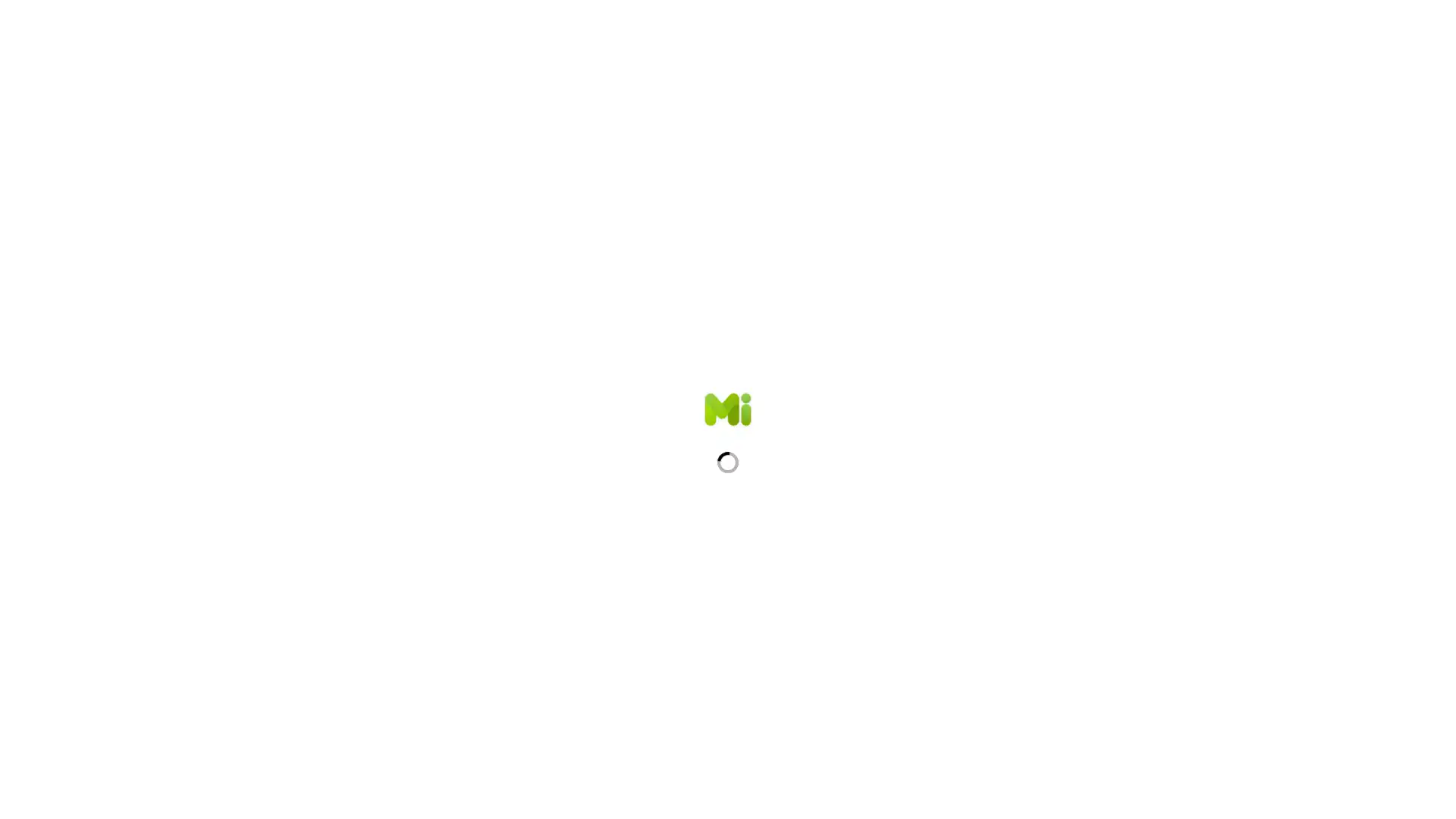 This screenshot has height=819, width=1456. Describe the element at coordinates (188, 237) in the screenshot. I see `Sign Up` at that location.